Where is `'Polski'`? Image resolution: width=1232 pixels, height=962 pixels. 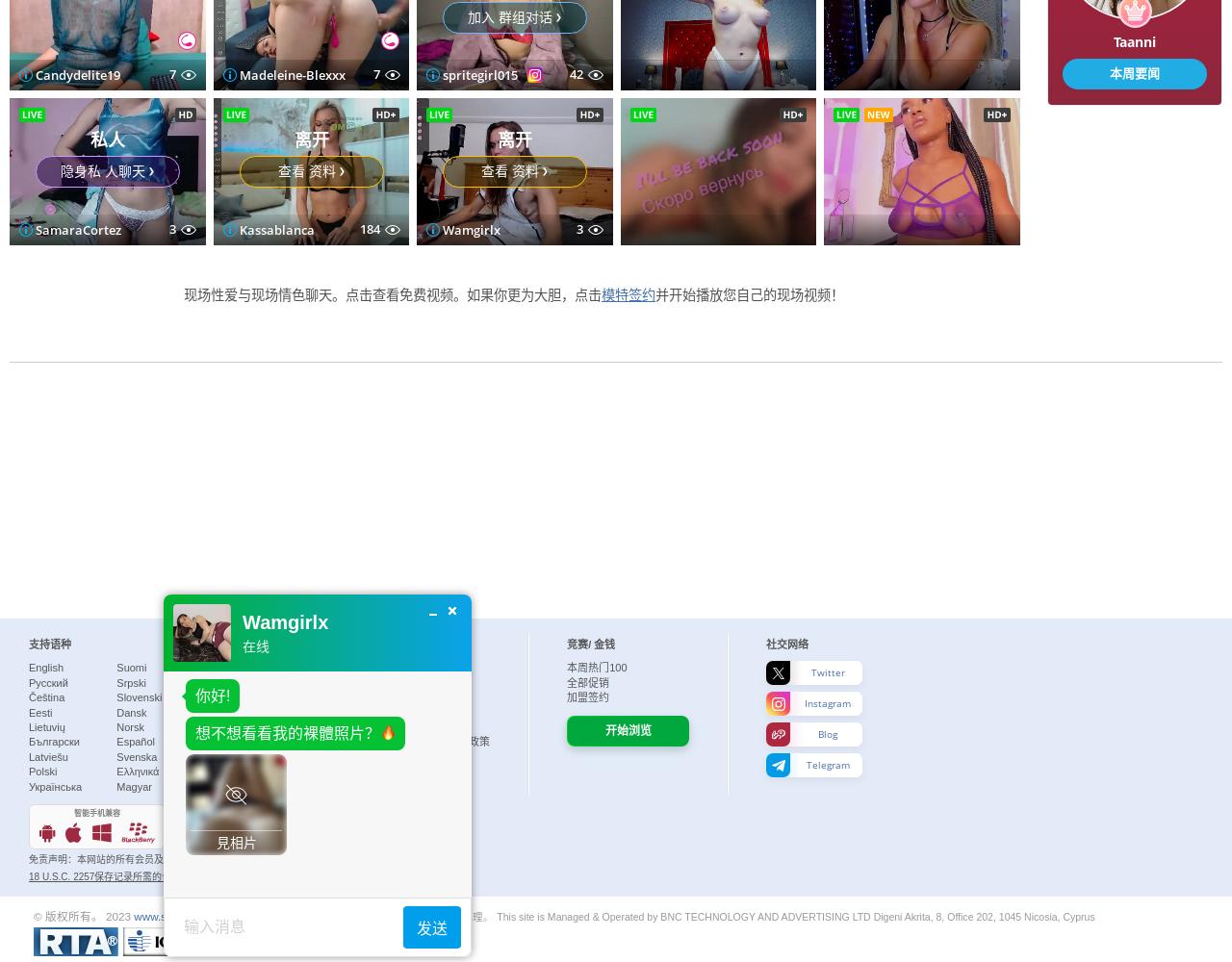
'Polski' is located at coordinates (28, 772).